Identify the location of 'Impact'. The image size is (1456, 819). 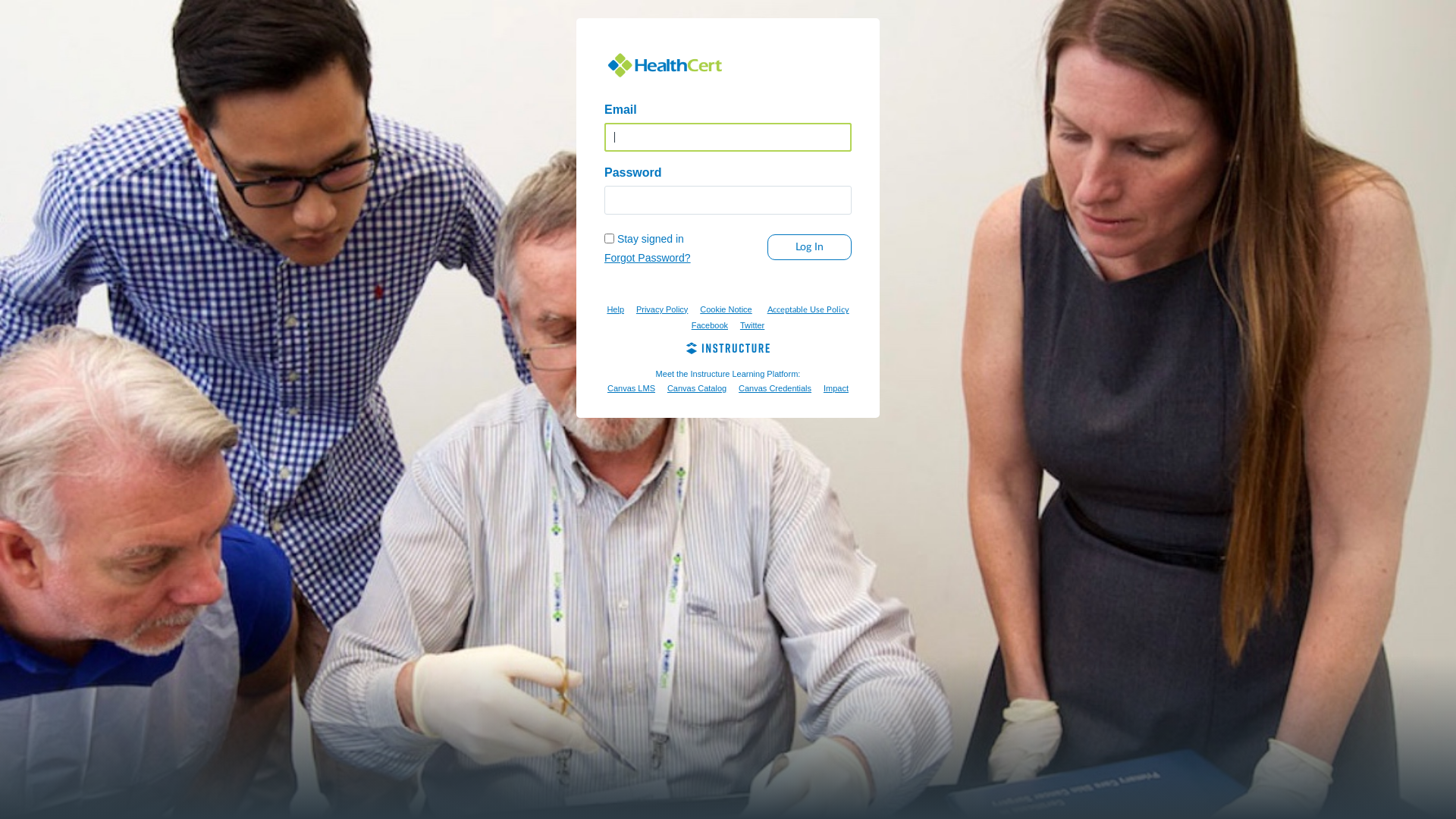
(835, 388).